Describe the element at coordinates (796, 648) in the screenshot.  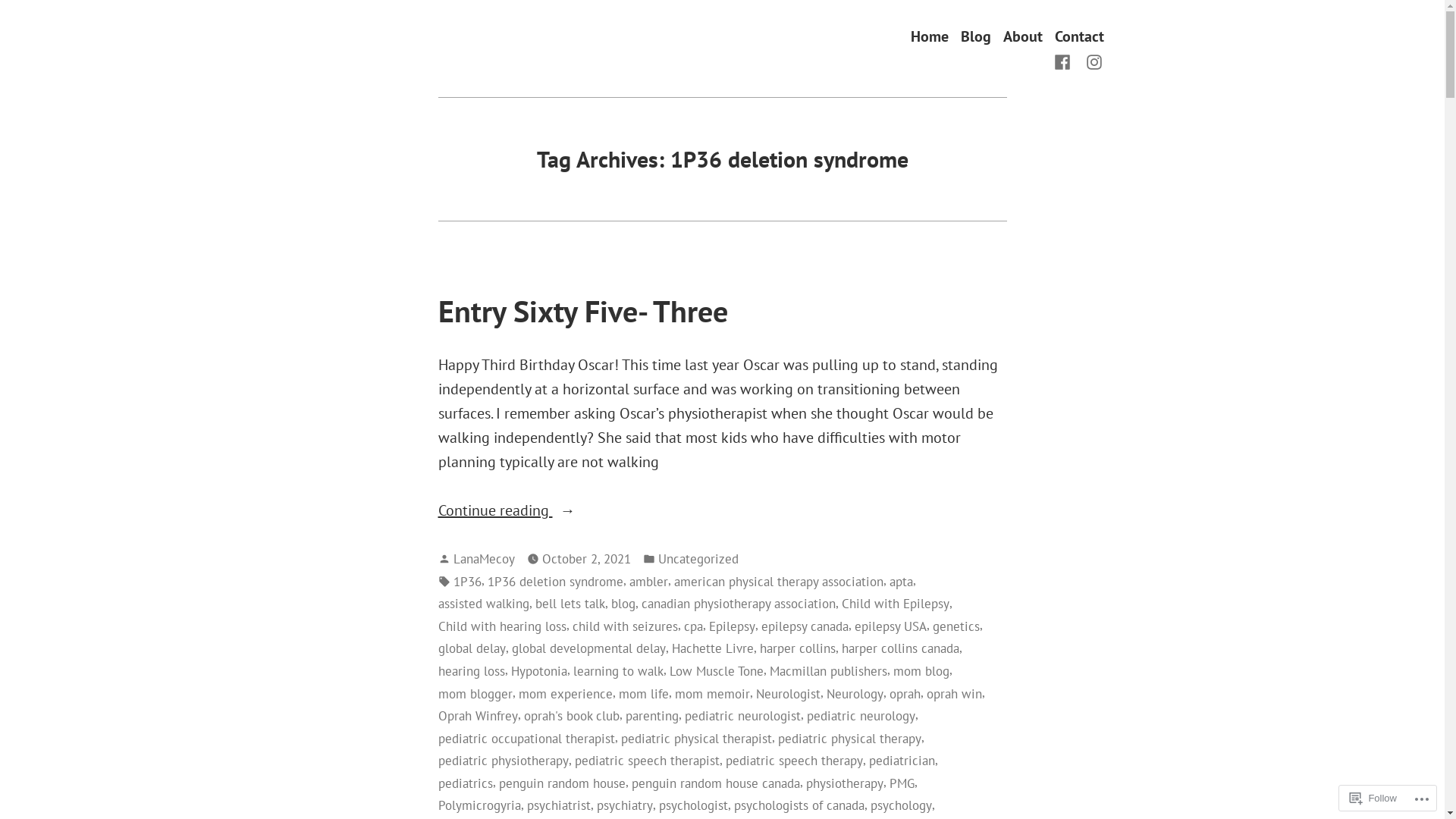
I see `'harper collins'` at that location.